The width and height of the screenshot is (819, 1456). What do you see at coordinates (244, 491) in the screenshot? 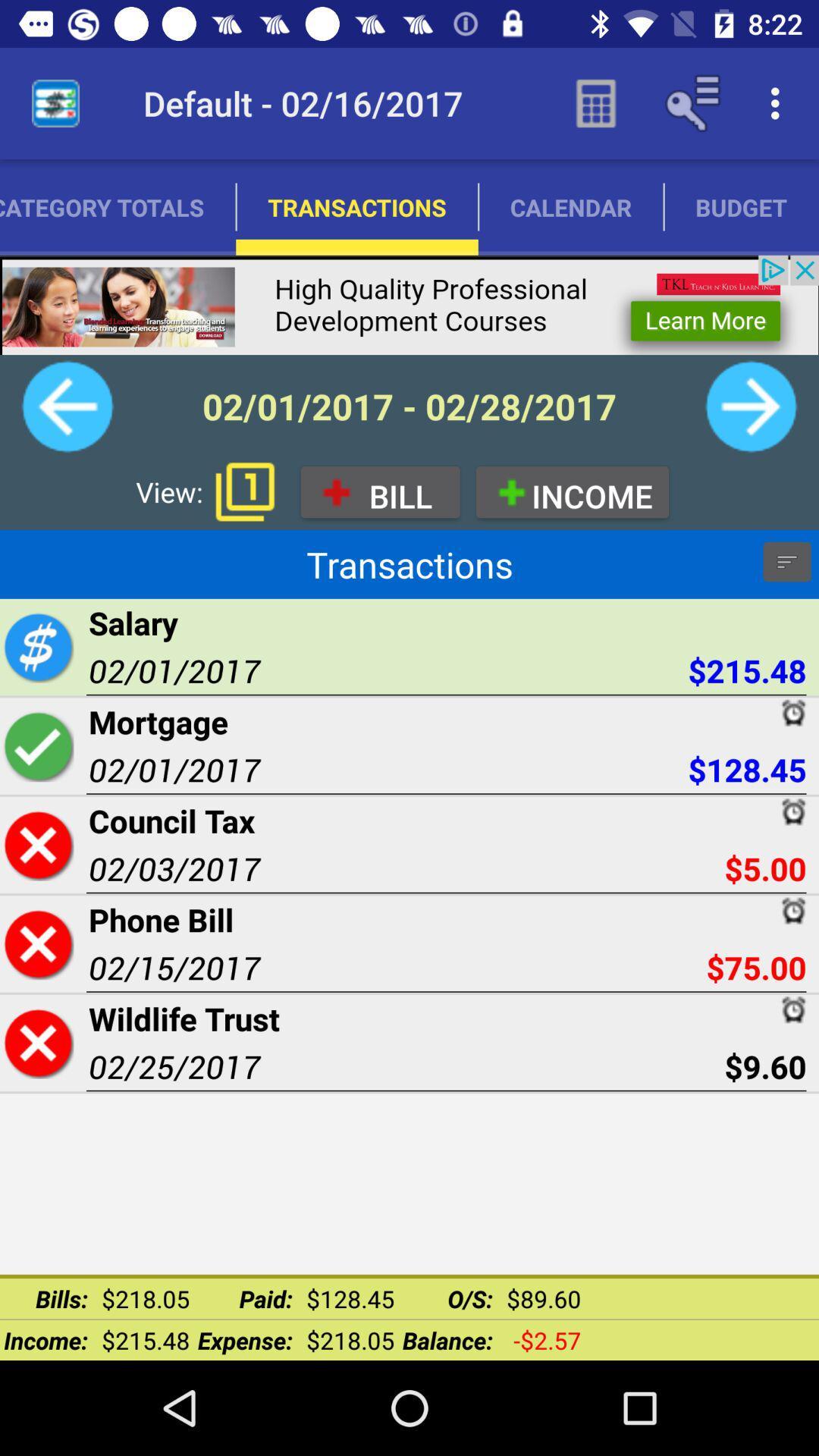
I see `notification` at bounding box center [244, 491].